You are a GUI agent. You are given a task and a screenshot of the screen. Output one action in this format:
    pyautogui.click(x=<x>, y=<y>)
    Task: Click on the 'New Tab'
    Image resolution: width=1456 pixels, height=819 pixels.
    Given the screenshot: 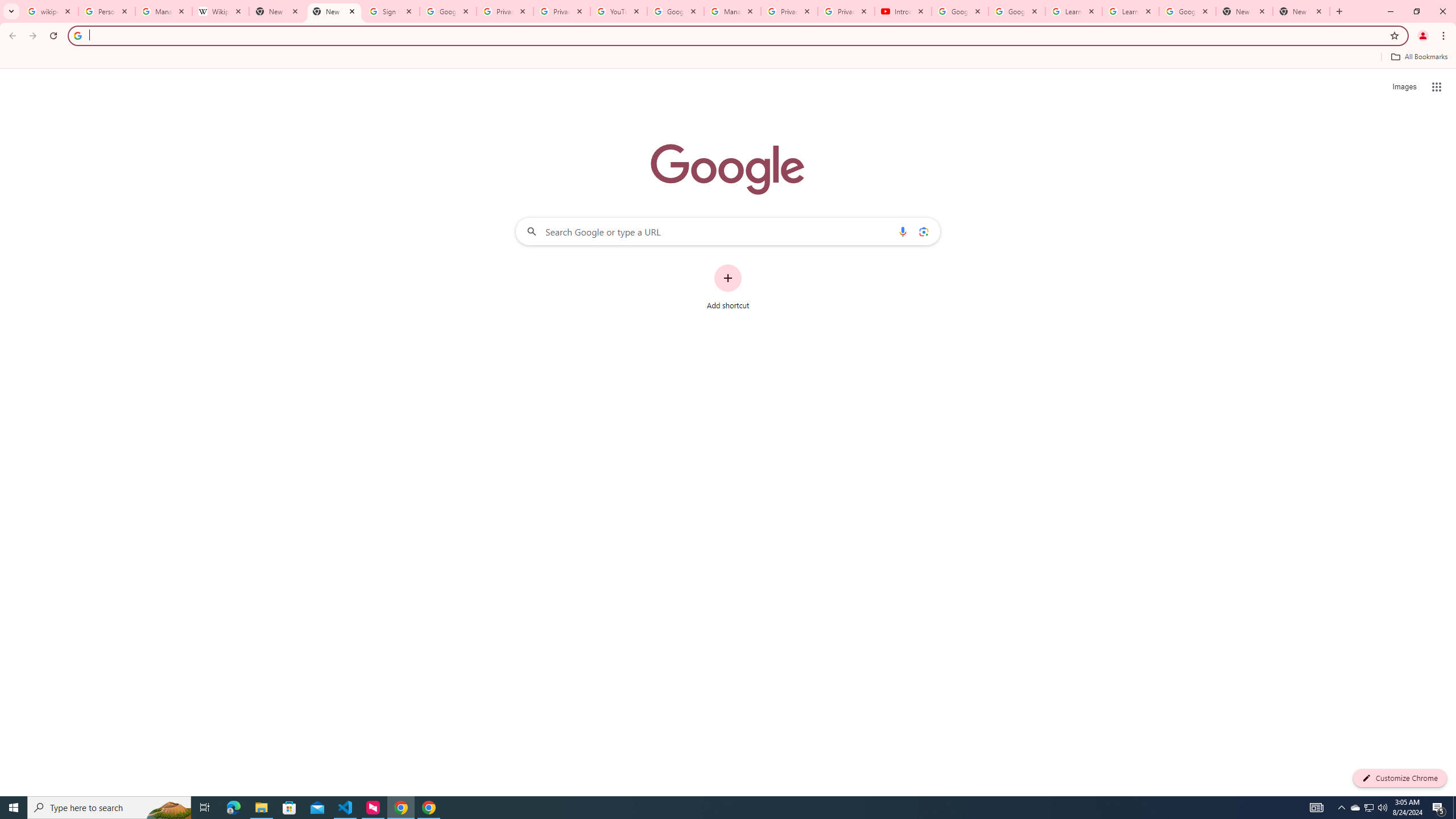 What is the action you would take?
    pyautogui.click(x=1244, y=11)
    